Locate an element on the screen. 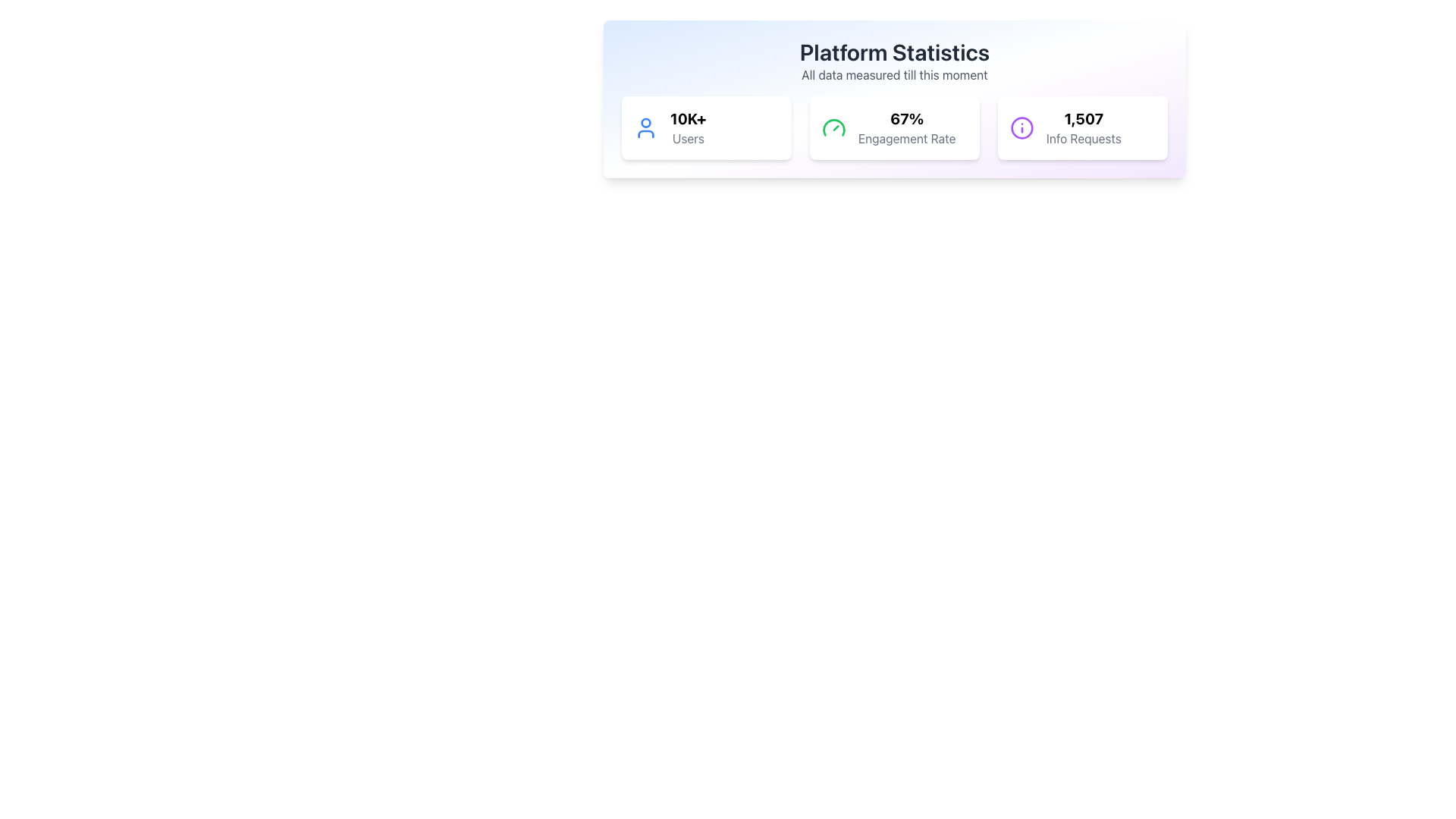 This screenshot has height=819, width=1456. the engagement rate statistic text label, which displays '67%' and is located in the center panel of the statistics dashboard is located at coordinates (907, 118).